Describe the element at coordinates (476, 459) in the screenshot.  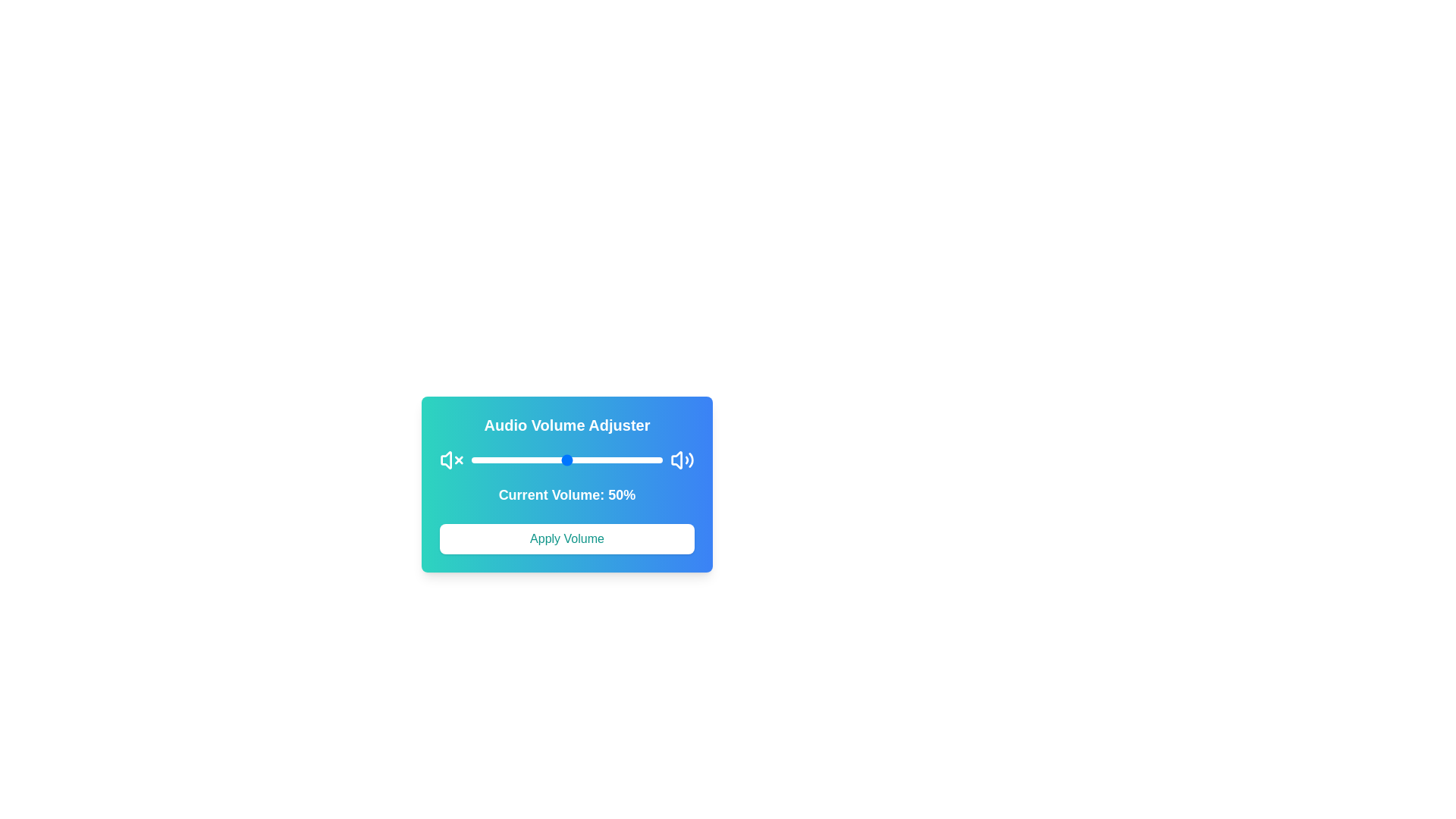
I see `the volume to 3% by dragging the slider` at that location.